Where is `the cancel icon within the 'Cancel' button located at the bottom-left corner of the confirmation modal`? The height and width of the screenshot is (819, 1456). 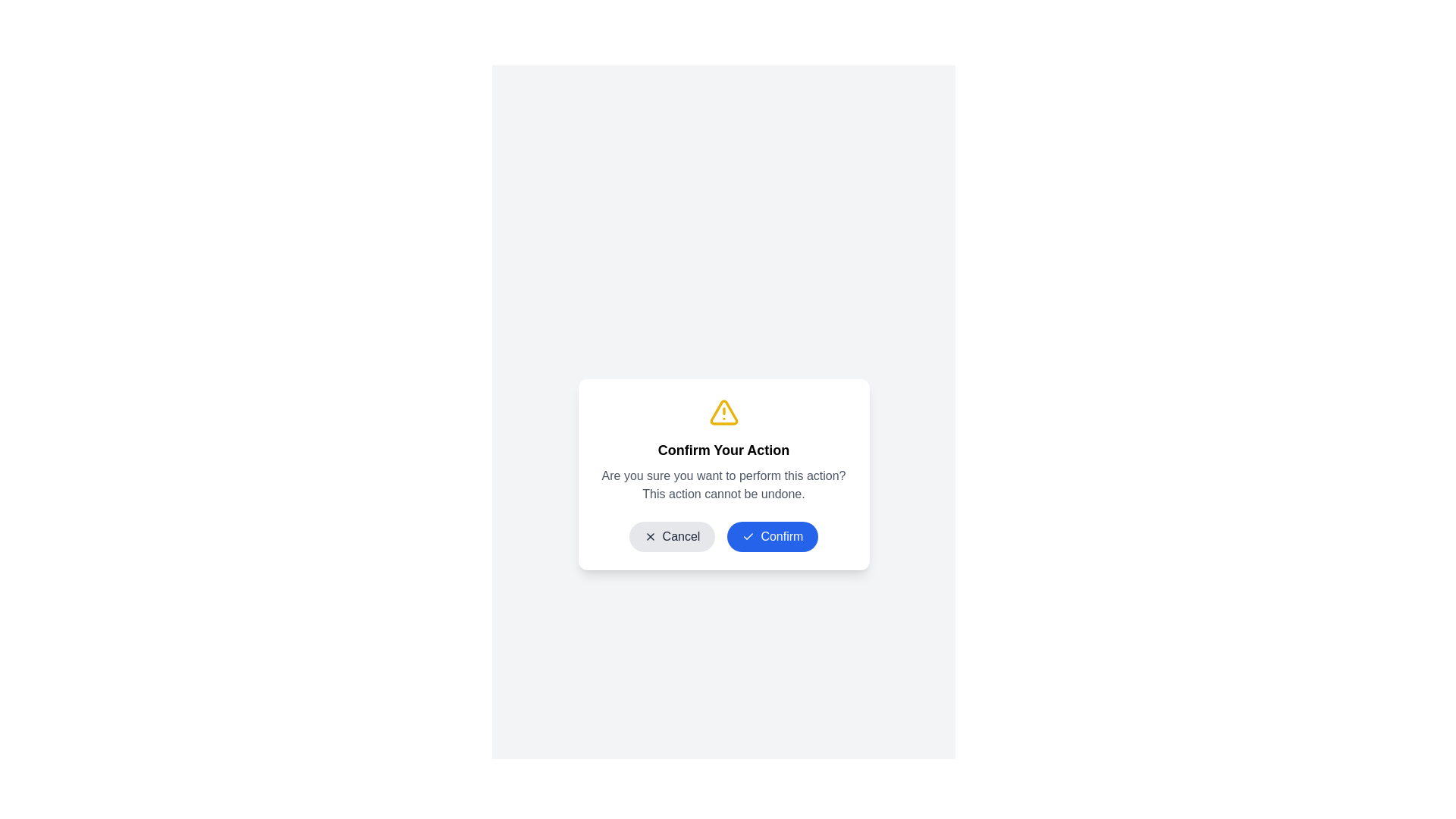
the cancel icon within the 'Cancel' button located at the bottom-left corner of the confirmation modal is located at coordinates (650, 536).